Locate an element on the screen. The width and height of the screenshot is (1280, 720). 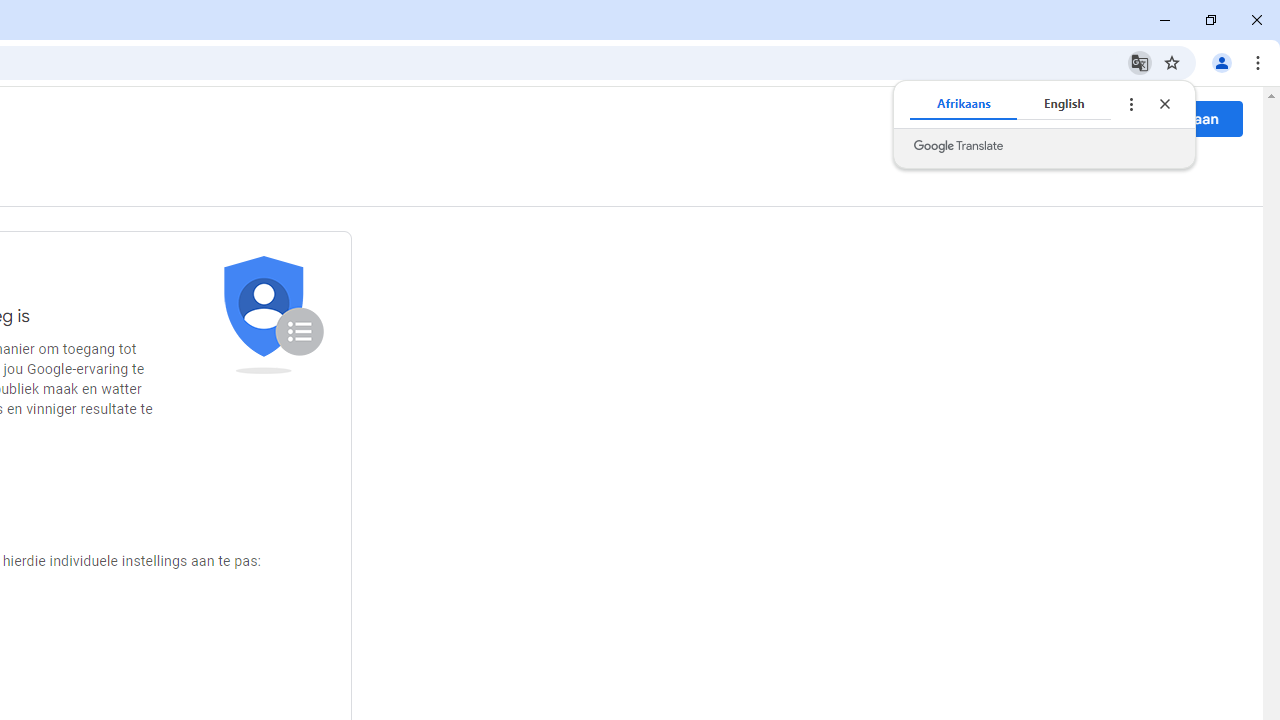
'Afrikaans' is located at coordinates (963, 104).